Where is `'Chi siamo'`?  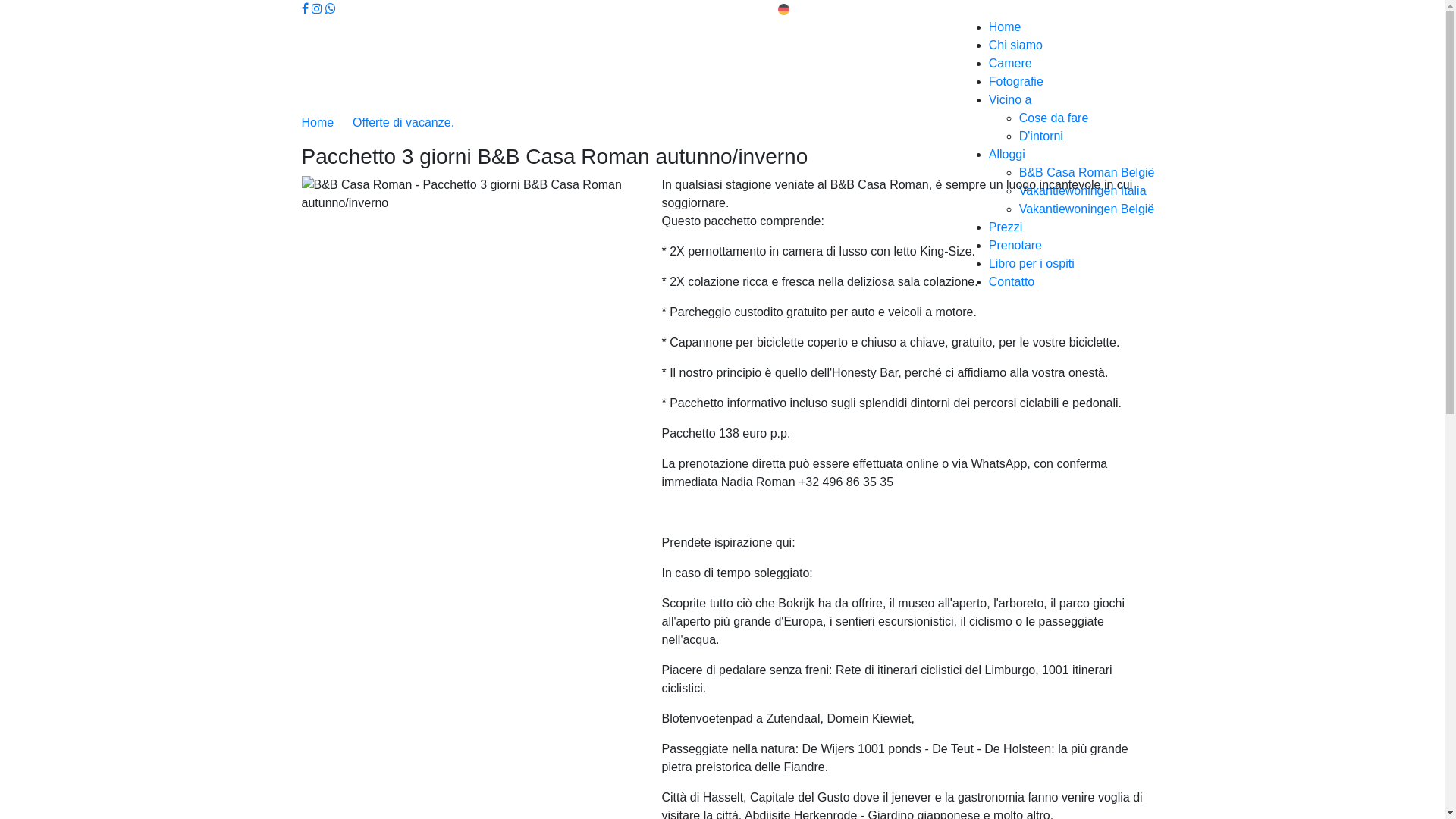 'Chi siamo' is located at coordinates (1015, 44).